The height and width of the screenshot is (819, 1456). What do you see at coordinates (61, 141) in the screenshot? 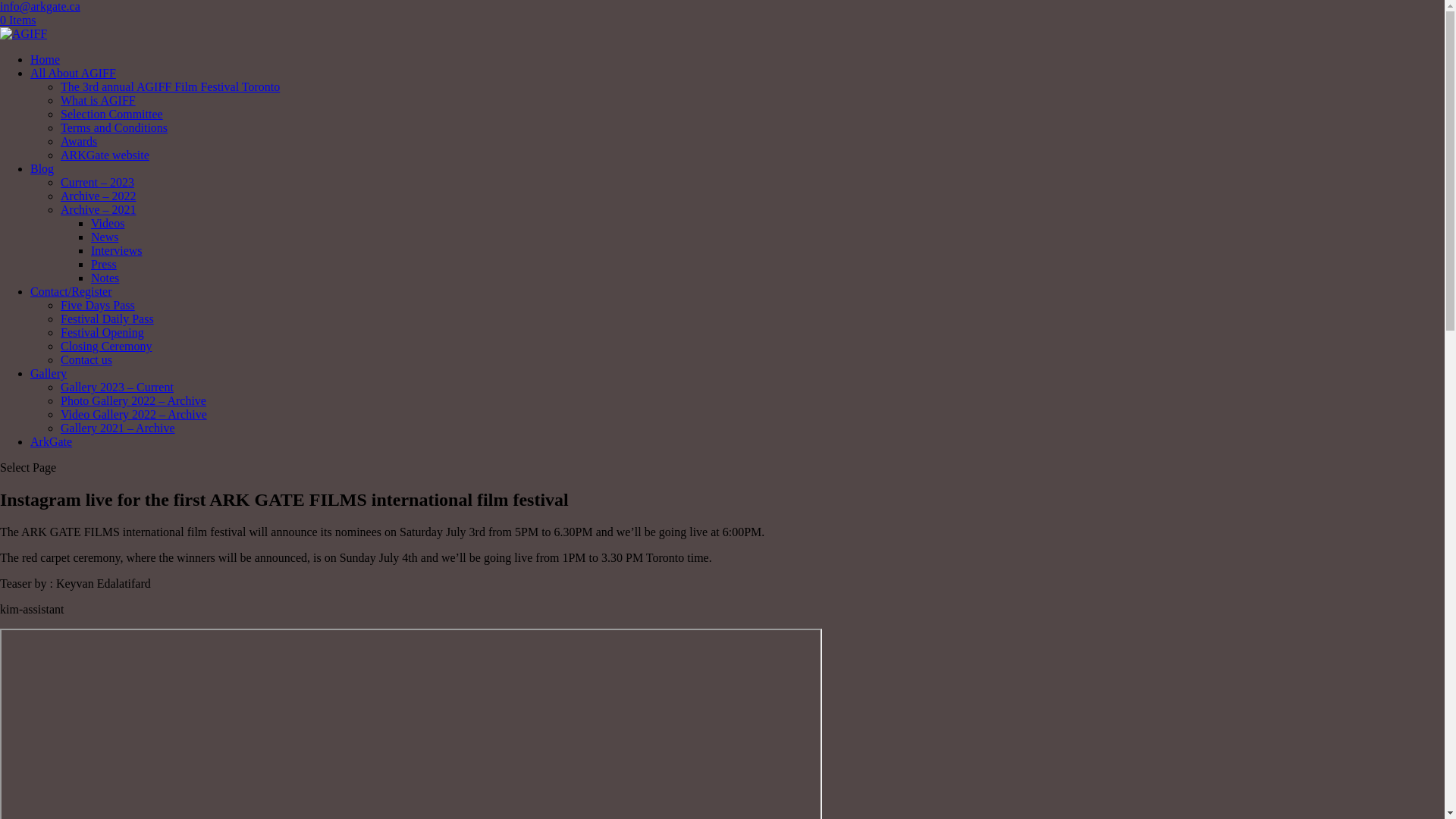
I see `'Awards'` at bounding box center [61, 141].